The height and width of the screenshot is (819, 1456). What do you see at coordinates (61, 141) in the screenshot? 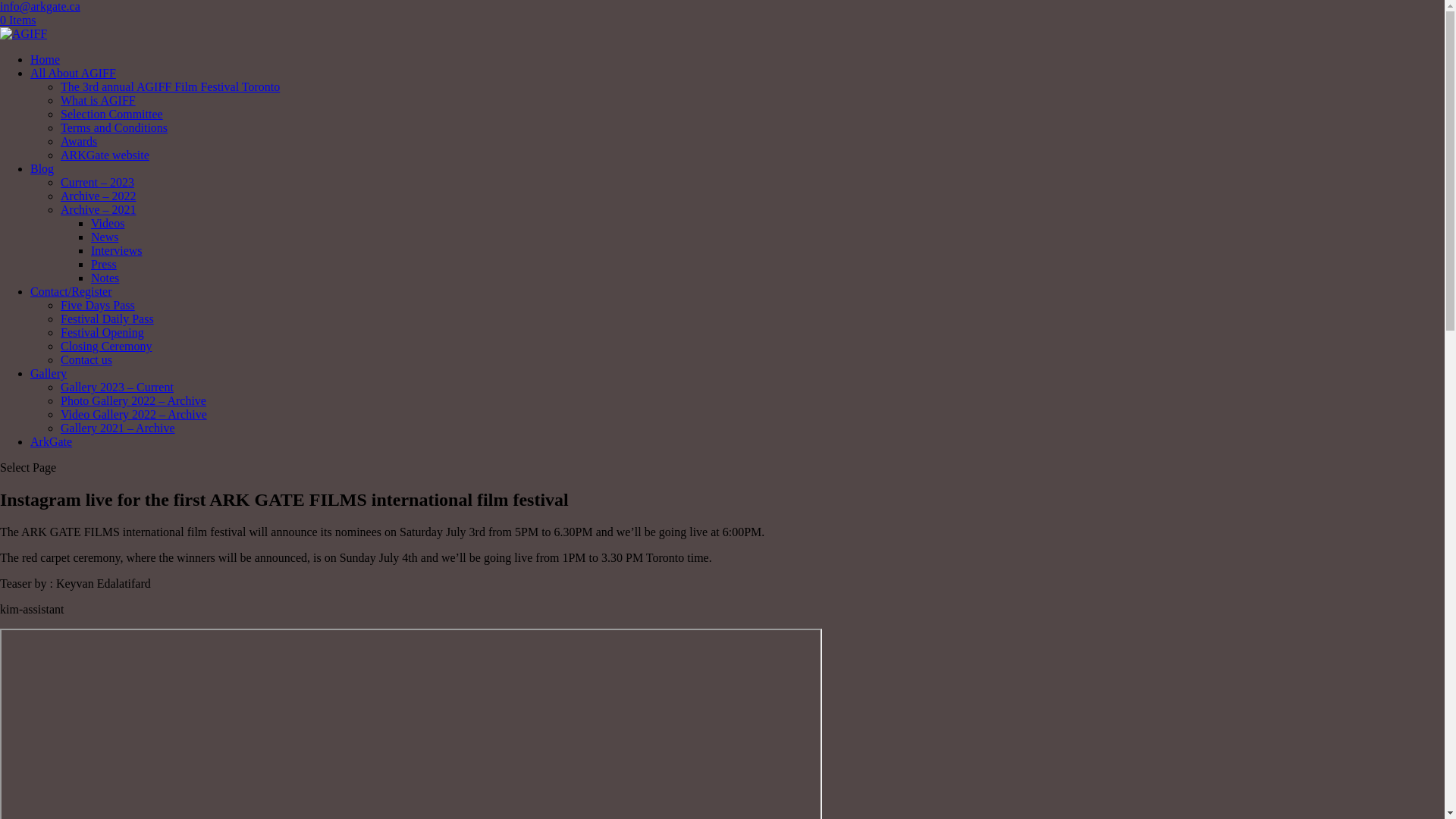
I see `'Awards'` at bounding box center [61, 141].